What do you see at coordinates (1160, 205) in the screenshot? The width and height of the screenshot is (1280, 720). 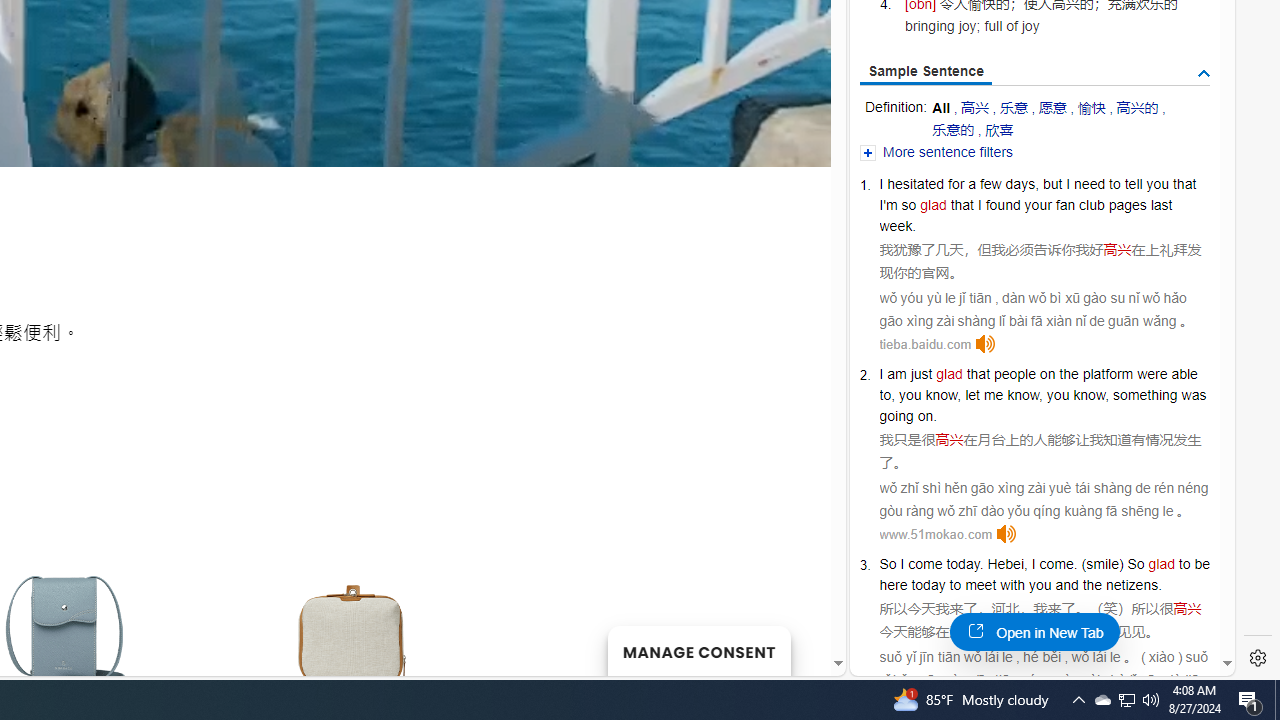 I see `'last'` at bounding box center [1160, 205].